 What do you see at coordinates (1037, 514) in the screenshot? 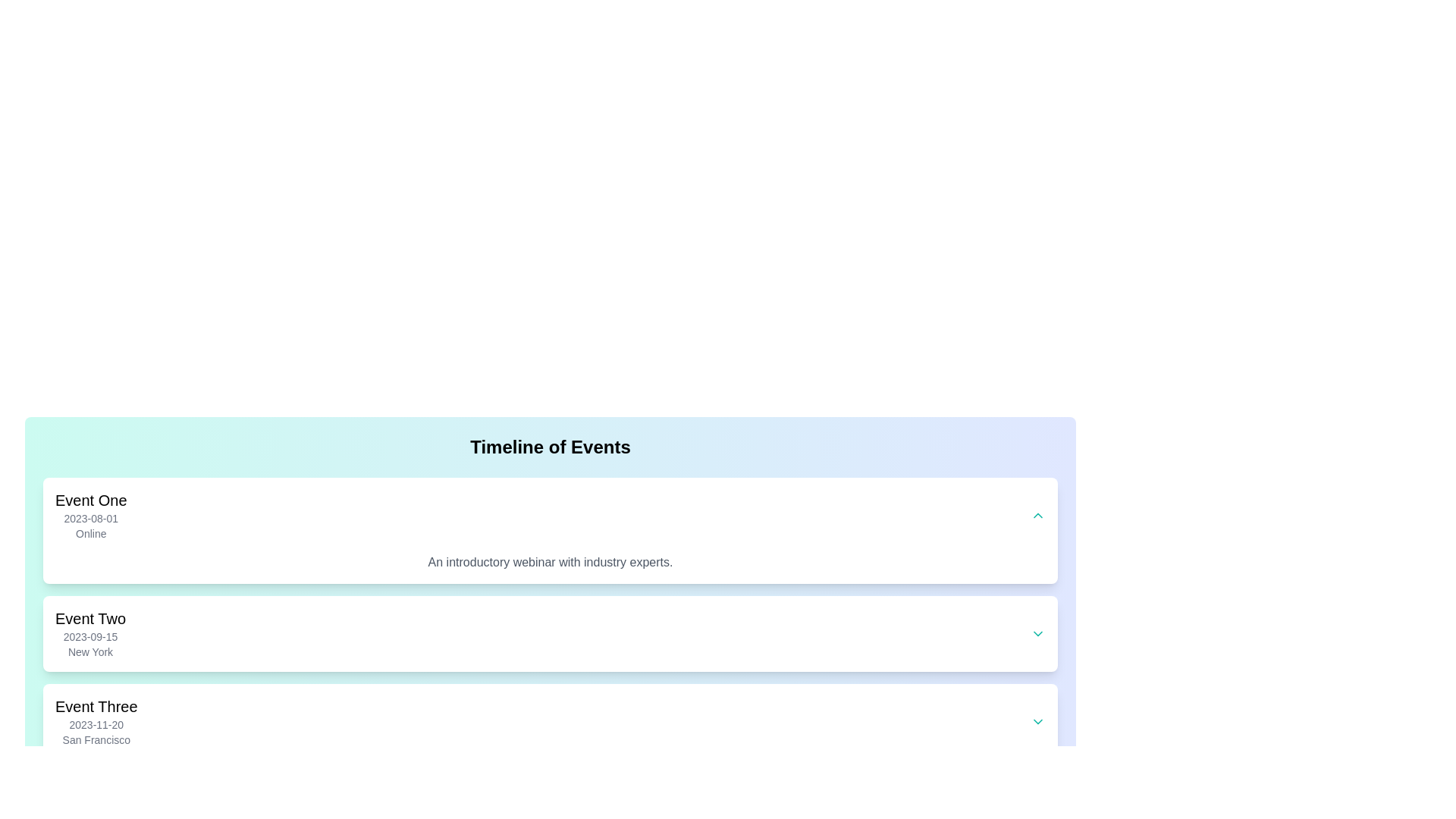
I see `the small triangular teal arrow icon pointing upwards located at the rightmost end of the 'Event One' row` at bounding box center [1037, 514].